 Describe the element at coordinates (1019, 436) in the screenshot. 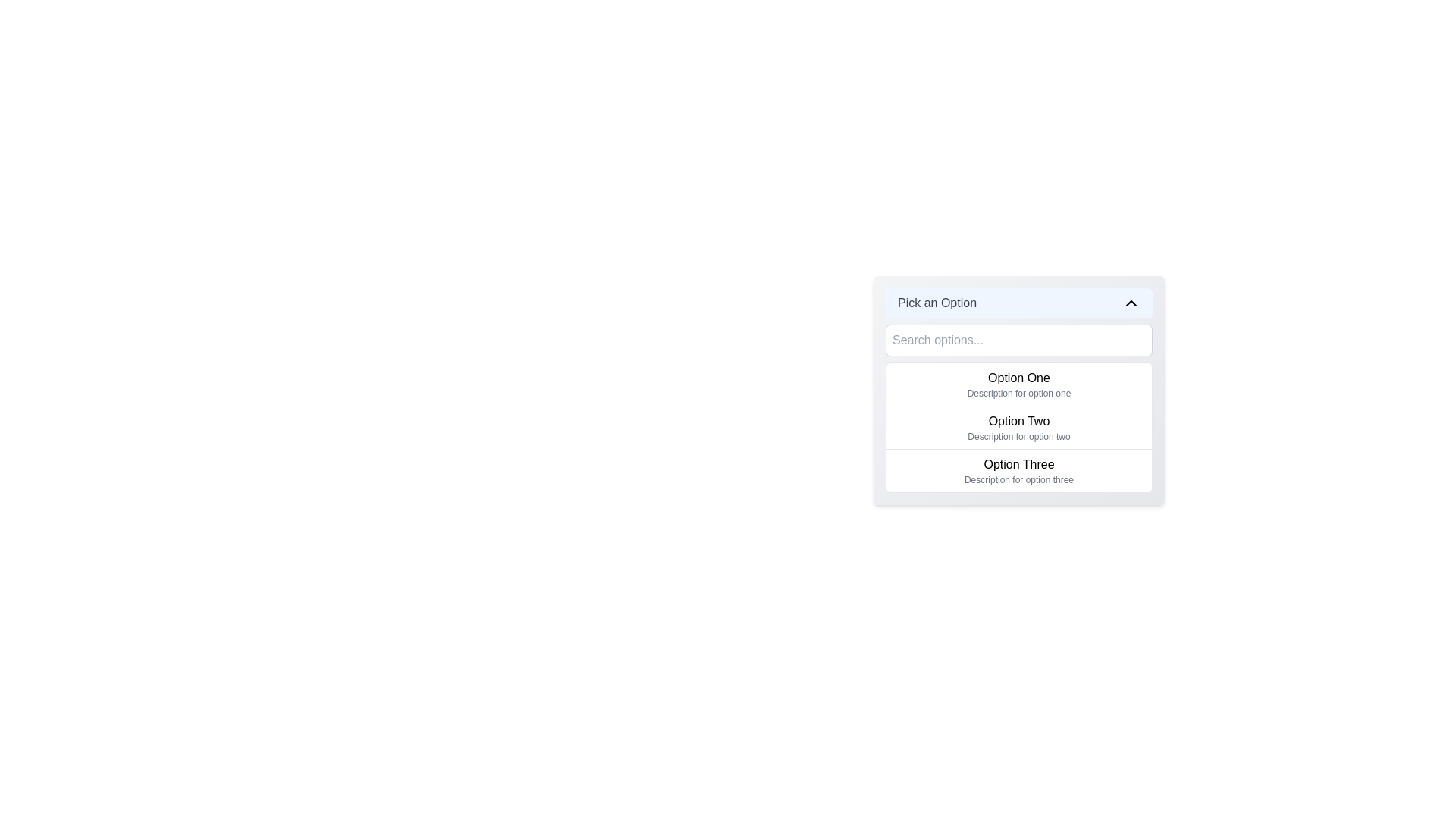

I see `the static text display that provides additional information about 'Option Two' in the dropdown menu` at that location.